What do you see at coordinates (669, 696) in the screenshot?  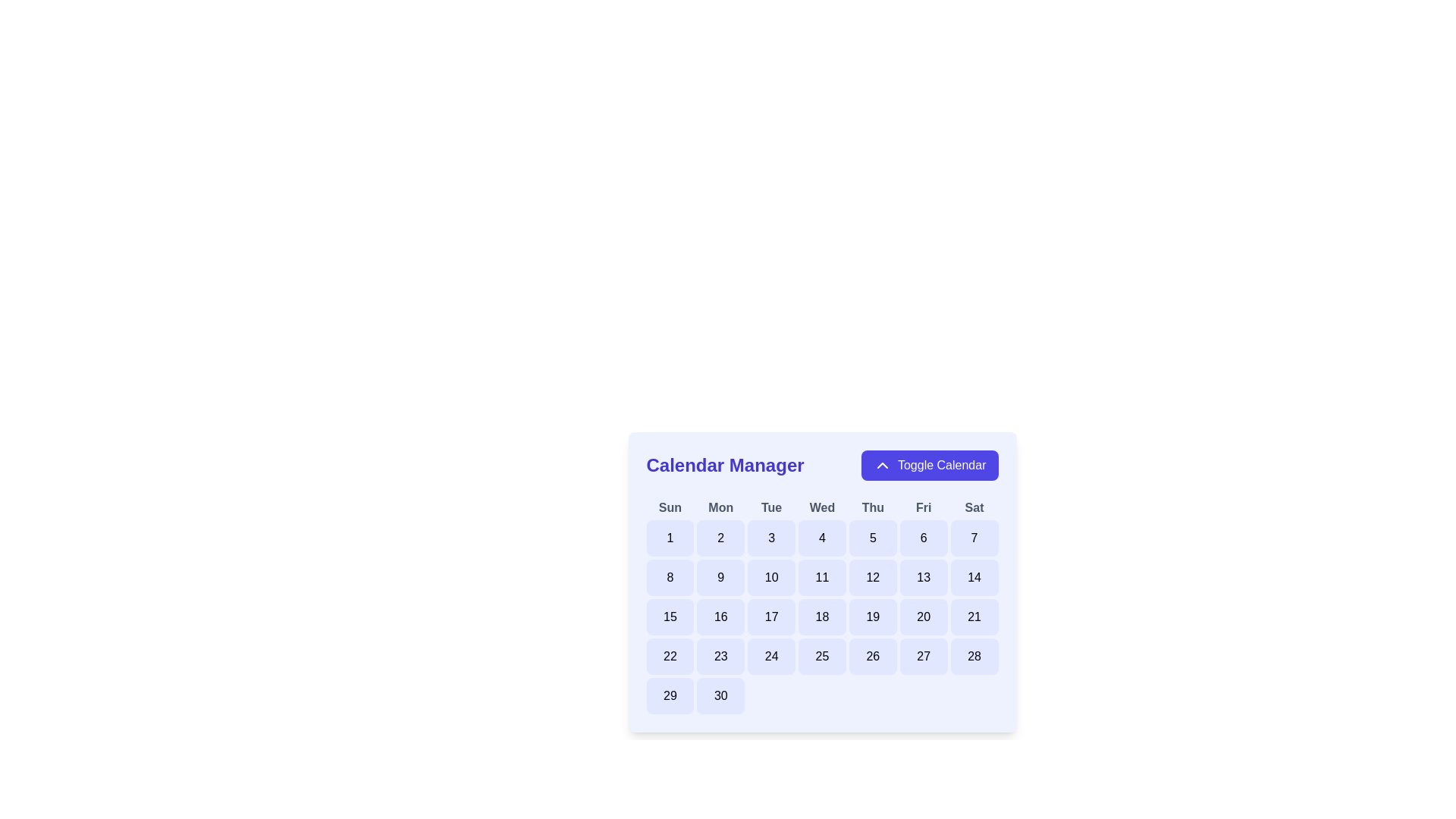 I see `the button representing day '29' in the calendar` at bounding box center [669, 696].